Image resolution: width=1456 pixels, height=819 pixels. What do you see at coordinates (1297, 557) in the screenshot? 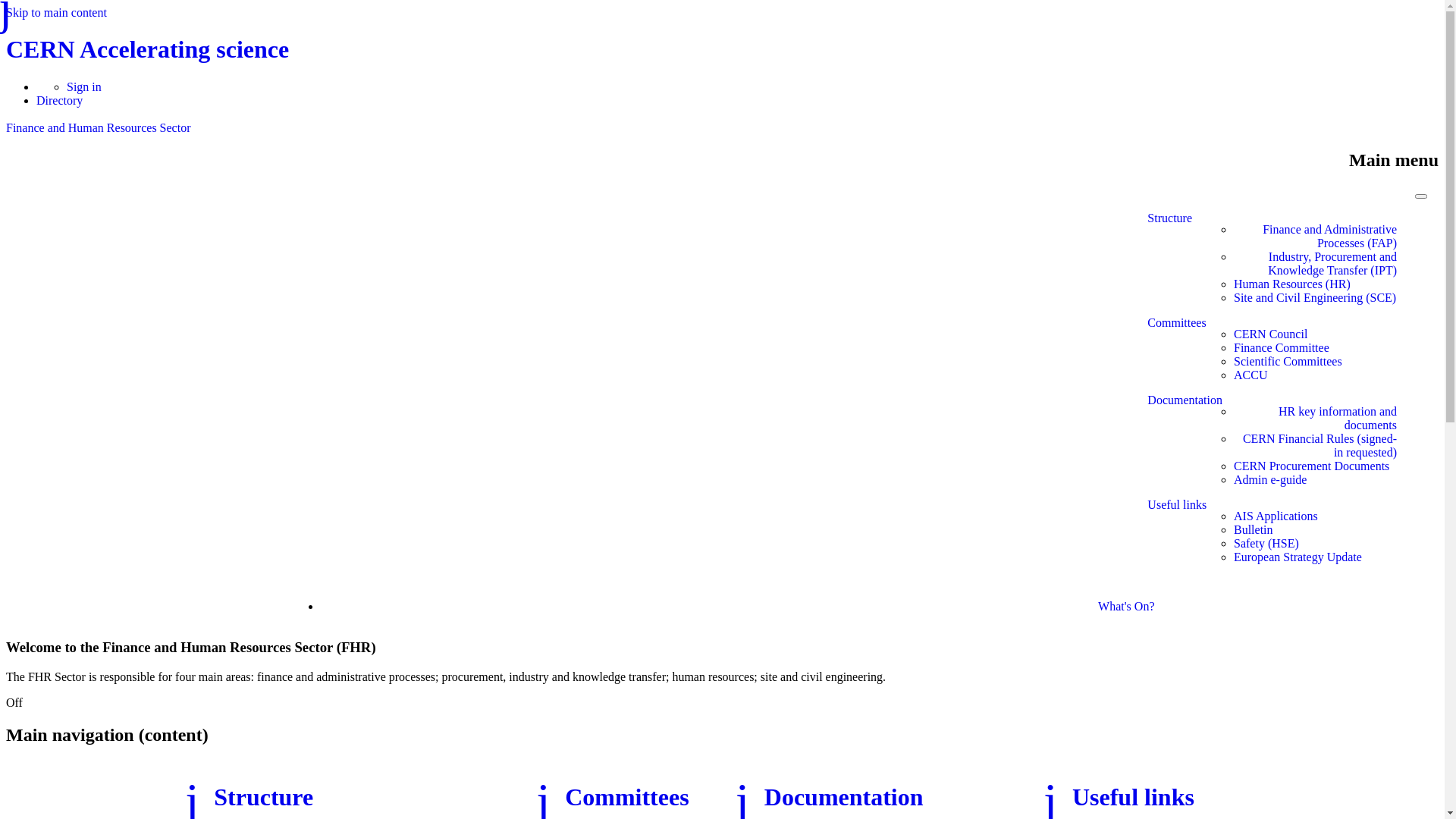
I see `'European Strategy Update'` at bounding box center [1297, 557].